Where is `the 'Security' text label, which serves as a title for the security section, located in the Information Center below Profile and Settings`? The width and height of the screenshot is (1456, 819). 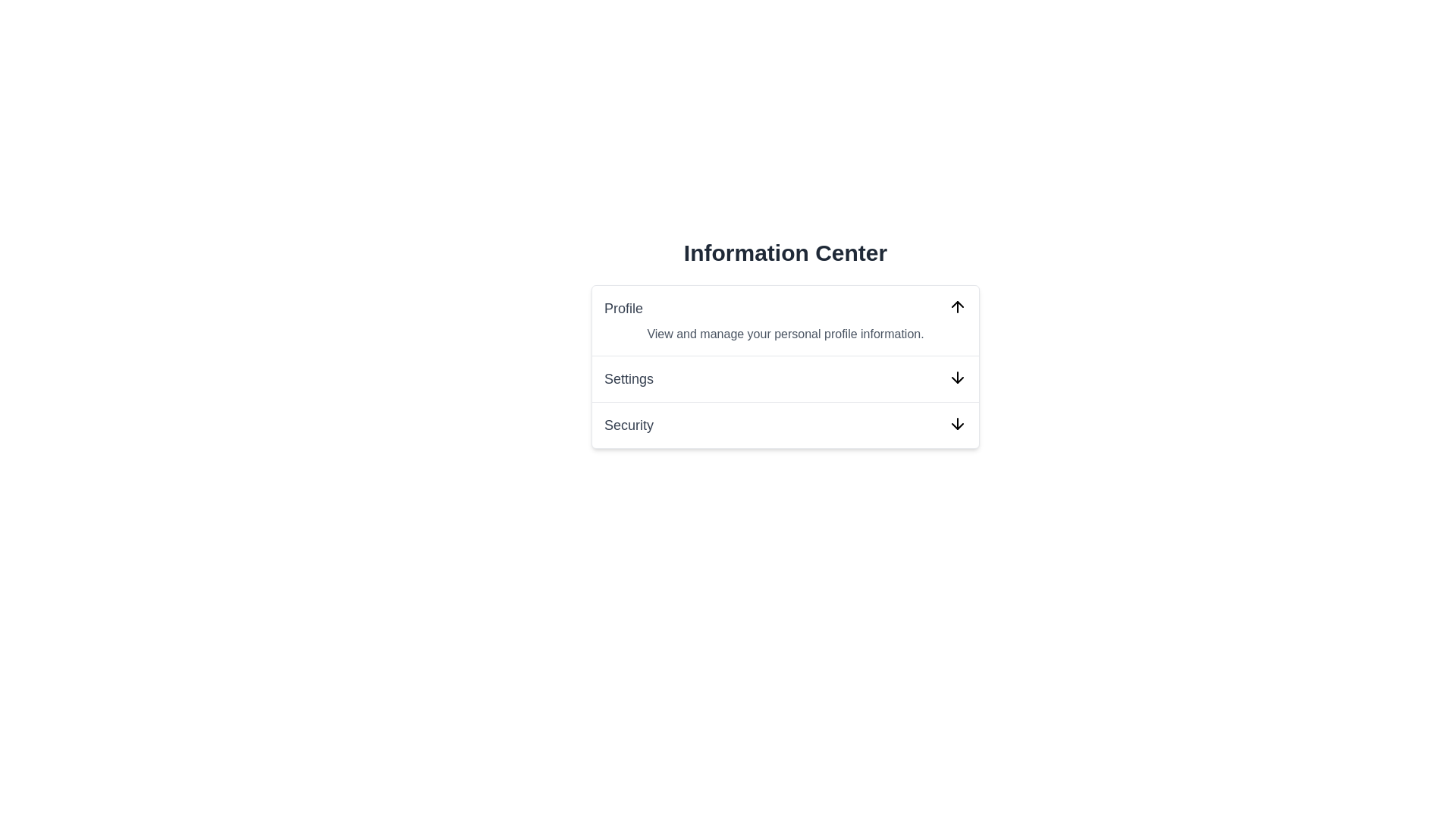 the 'Security' text label, which serves as a title for the security section, located in the Information Center below Profile and Settings is located at coordinates (629, 425).